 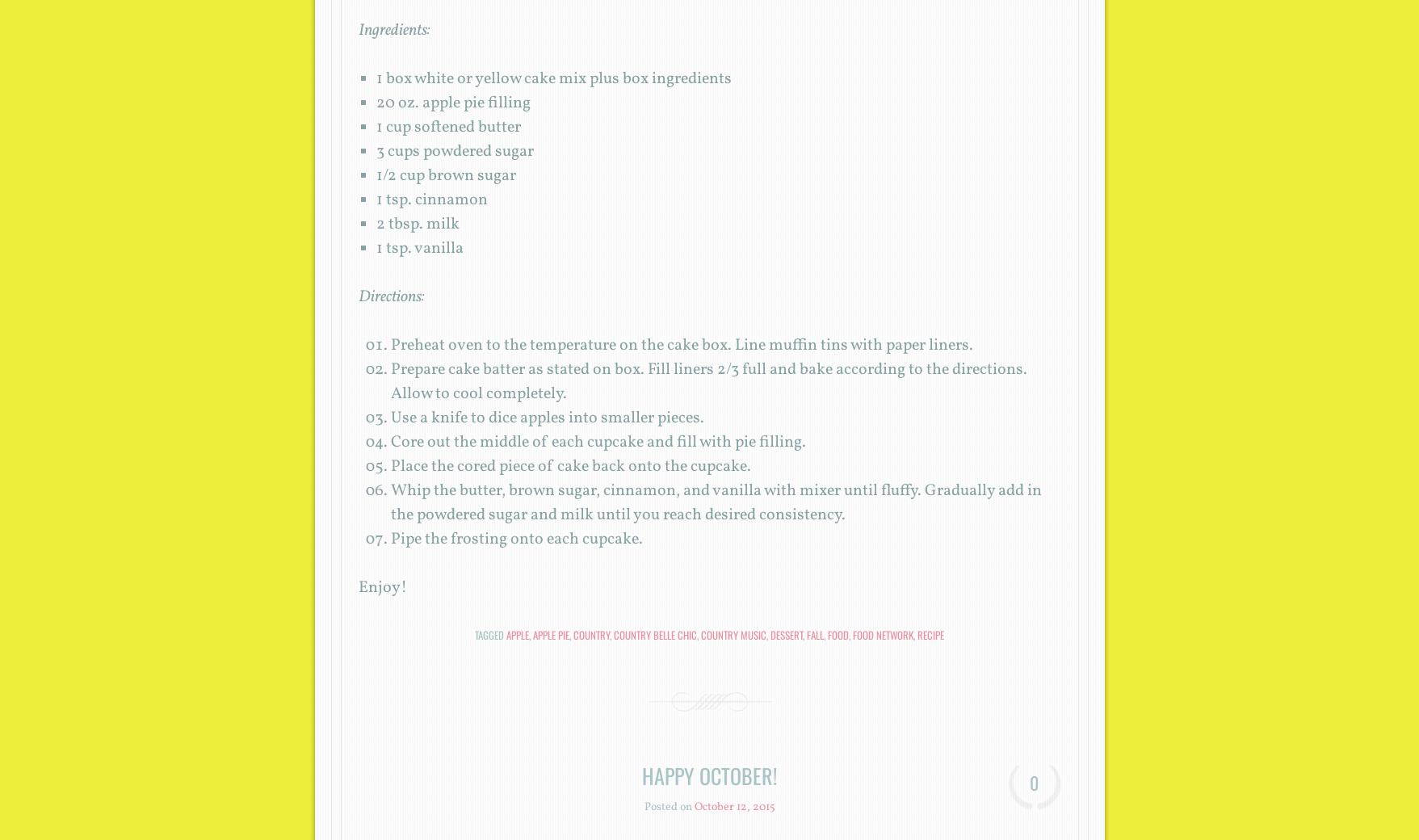 What do you see at coordinates (545, 418) in the screenshot?
I see `'Use a knife to dice apples into smaller pieces.'` at bounding box center [545, 418].